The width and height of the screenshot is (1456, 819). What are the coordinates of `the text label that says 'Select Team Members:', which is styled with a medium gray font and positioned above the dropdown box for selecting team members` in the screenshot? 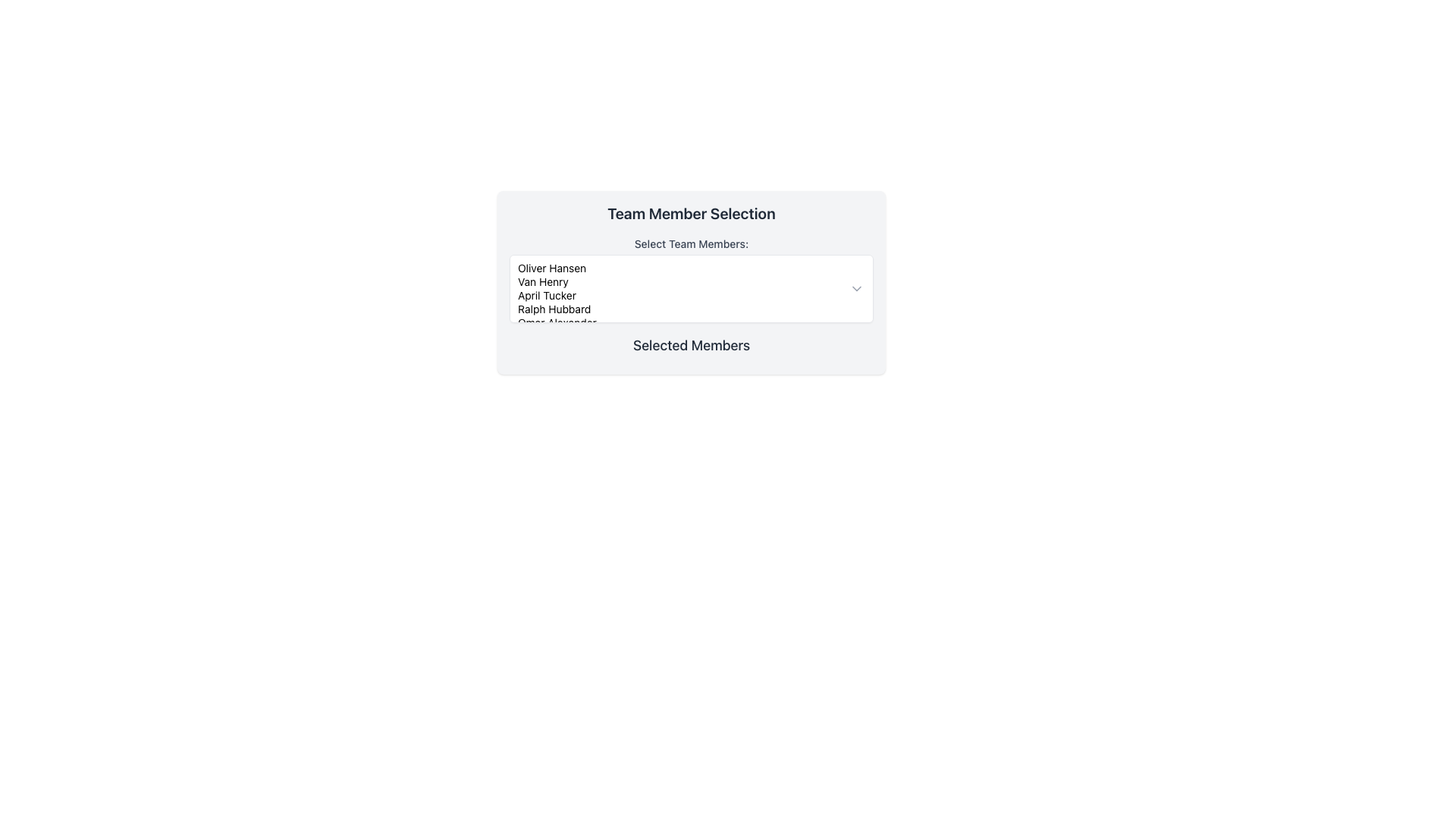 It's located at (691, 243).